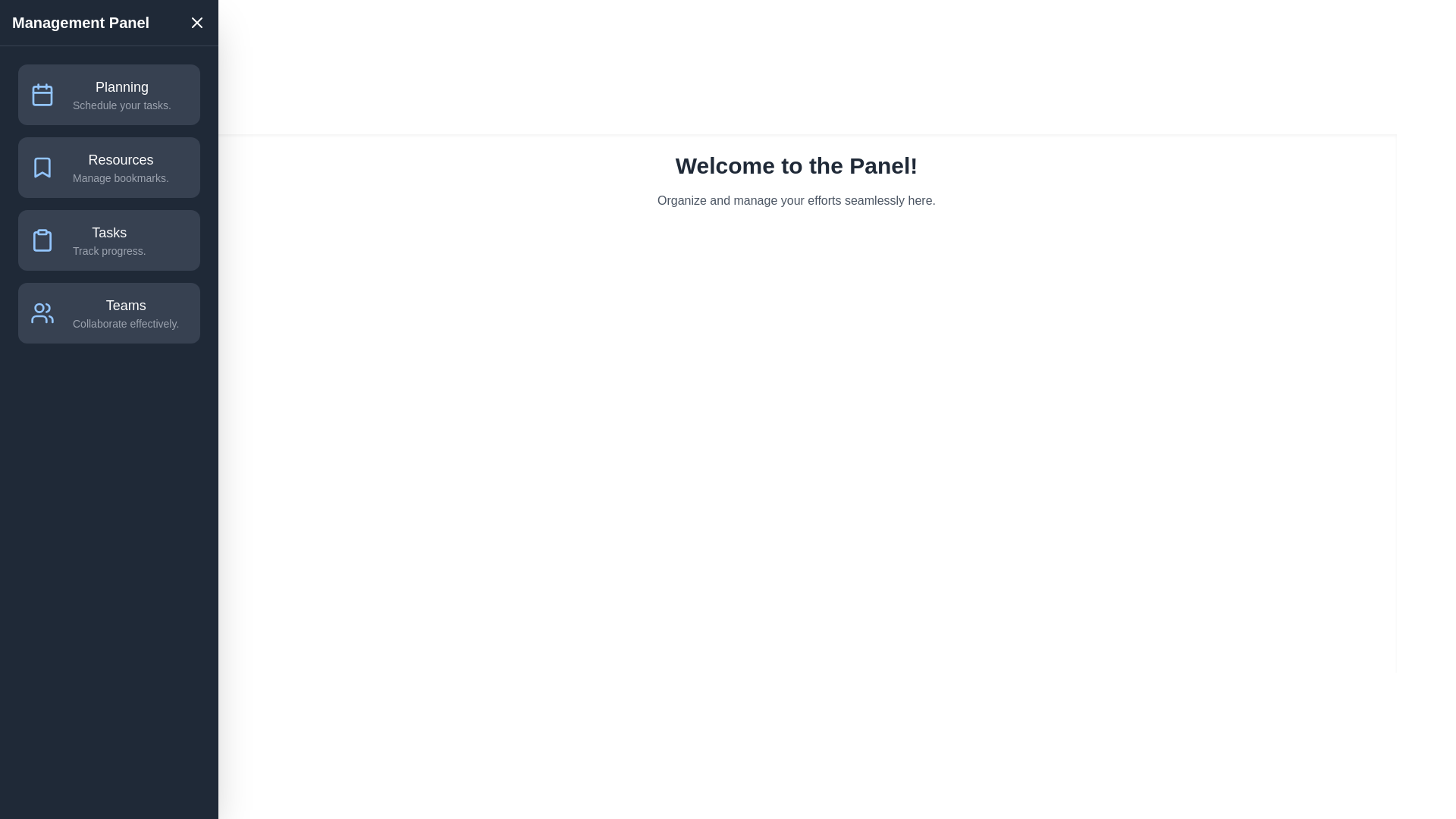  Describe the element at coordinates (108, 312) in the screenshot. I see `the menu item Teams to observe its hover effect` at that location.